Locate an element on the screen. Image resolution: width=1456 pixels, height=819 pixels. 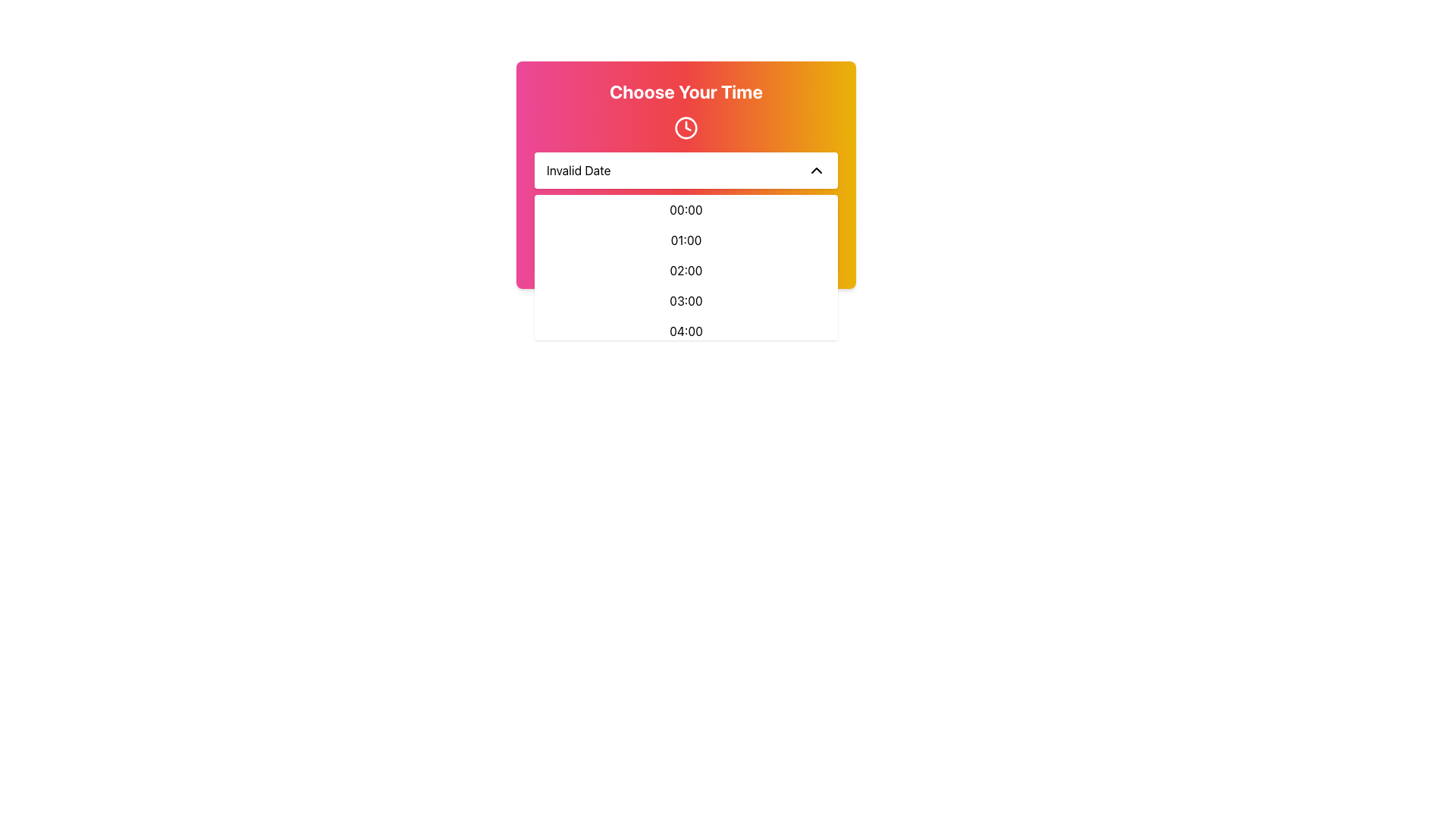
the '01:00' time option in the dropdown menu is located at coordinates (686, 239).